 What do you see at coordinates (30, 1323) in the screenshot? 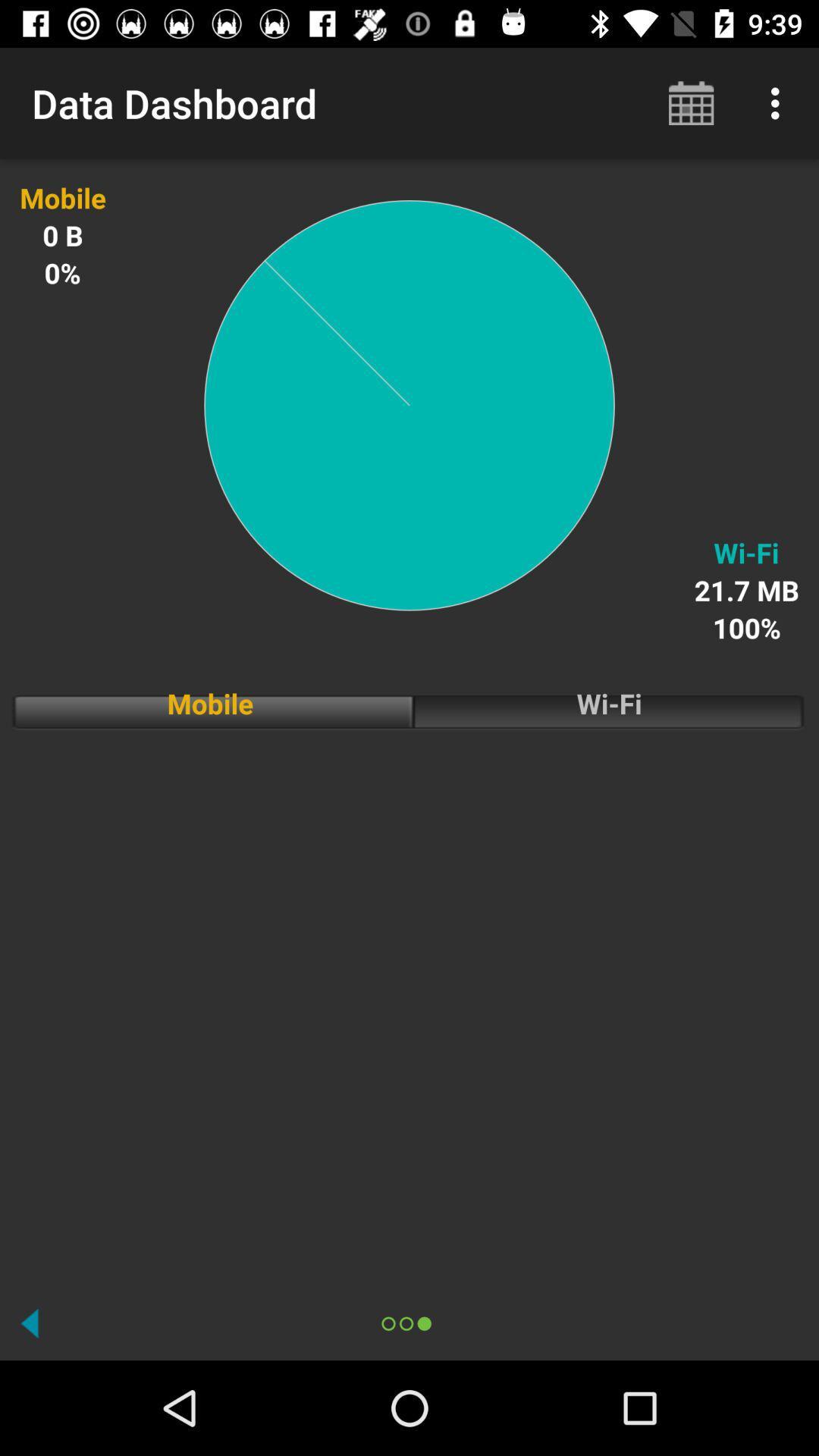
I see `go back` at bounding box center [30, 1323].